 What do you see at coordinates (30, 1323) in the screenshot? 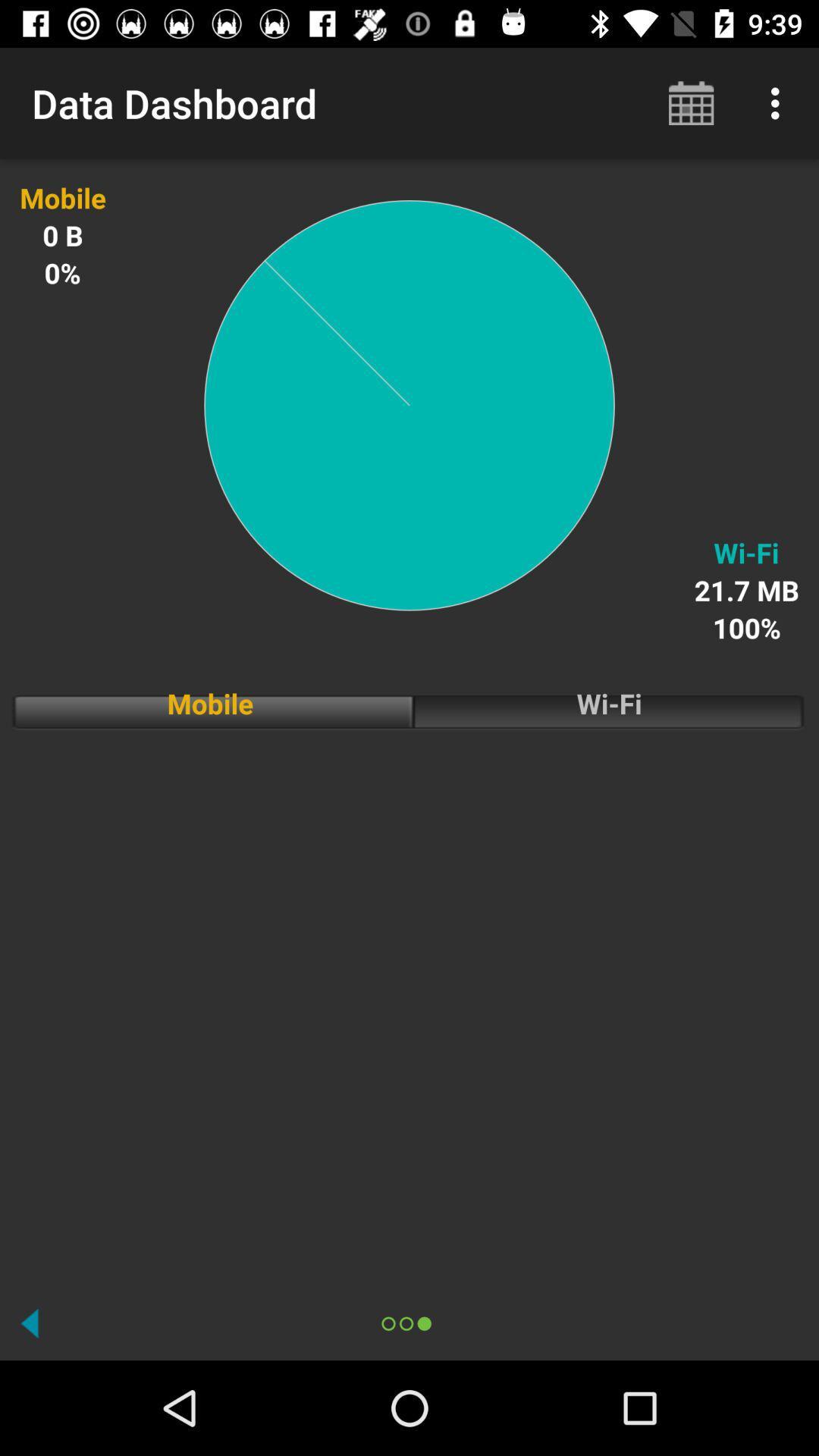
I see `go back` at bounding box center [30, 1323].